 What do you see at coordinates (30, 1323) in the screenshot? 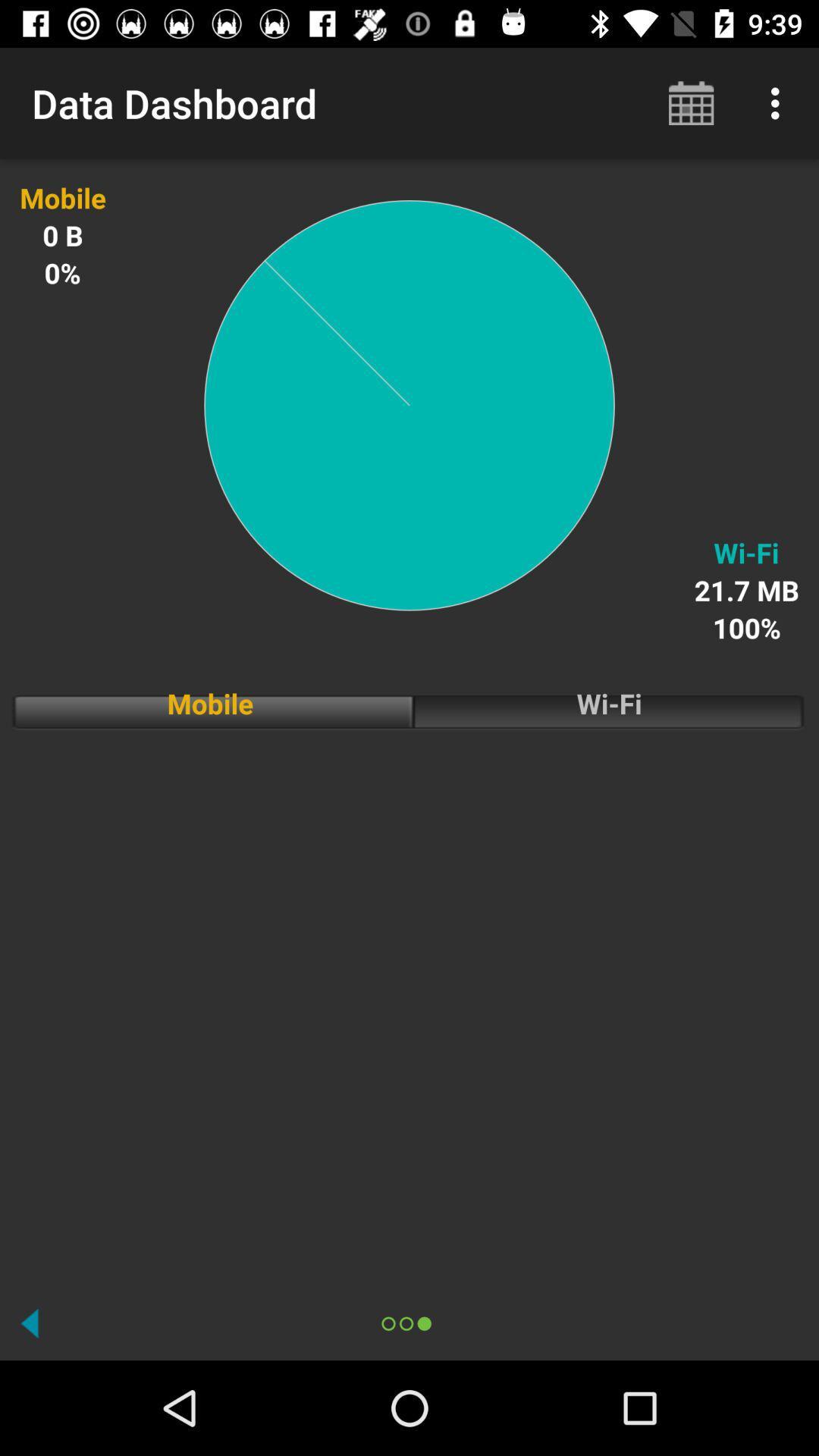
I see `go back` at bounding box center [30, 1323].